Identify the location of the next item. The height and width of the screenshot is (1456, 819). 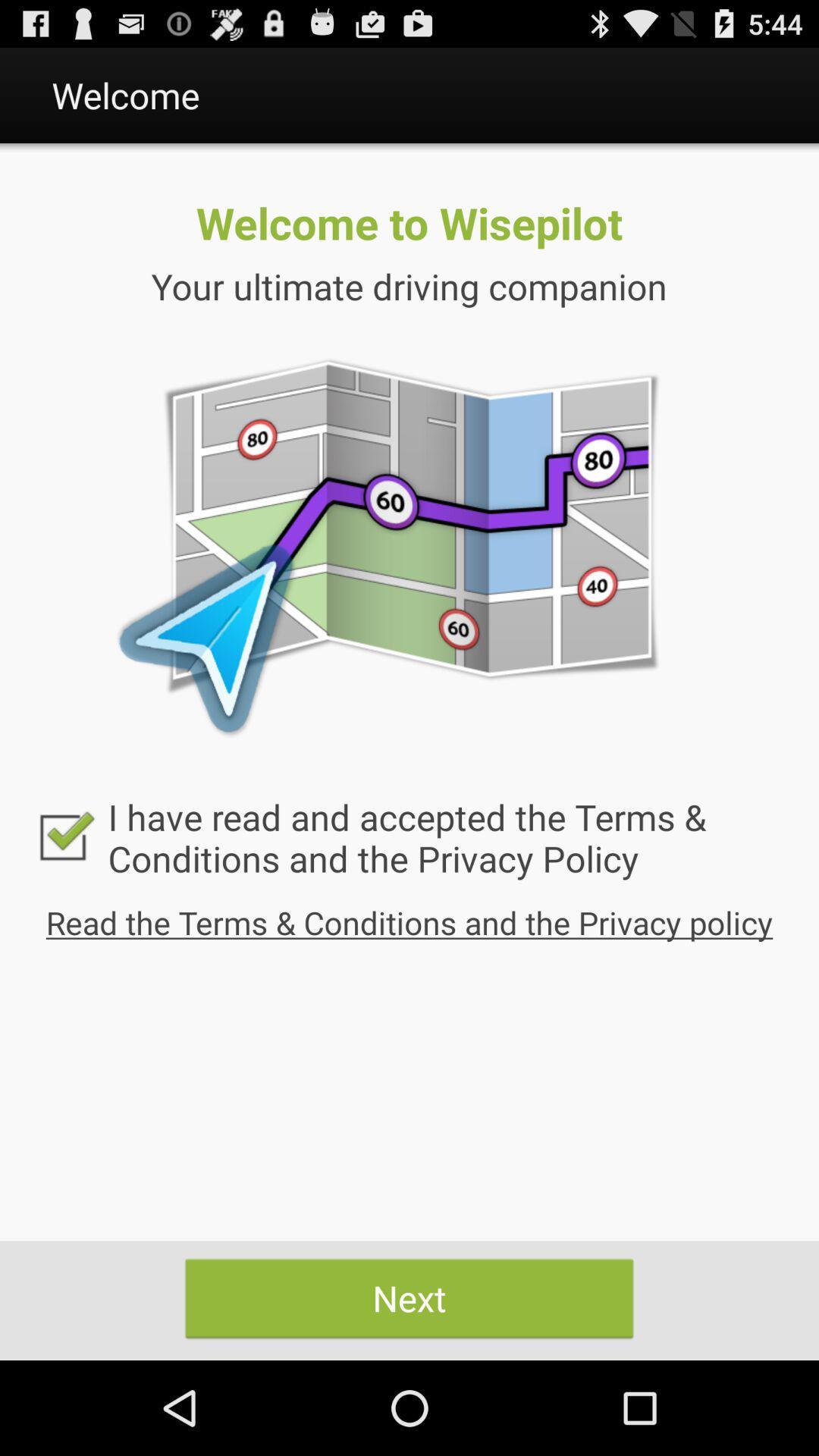
(409, 1298).